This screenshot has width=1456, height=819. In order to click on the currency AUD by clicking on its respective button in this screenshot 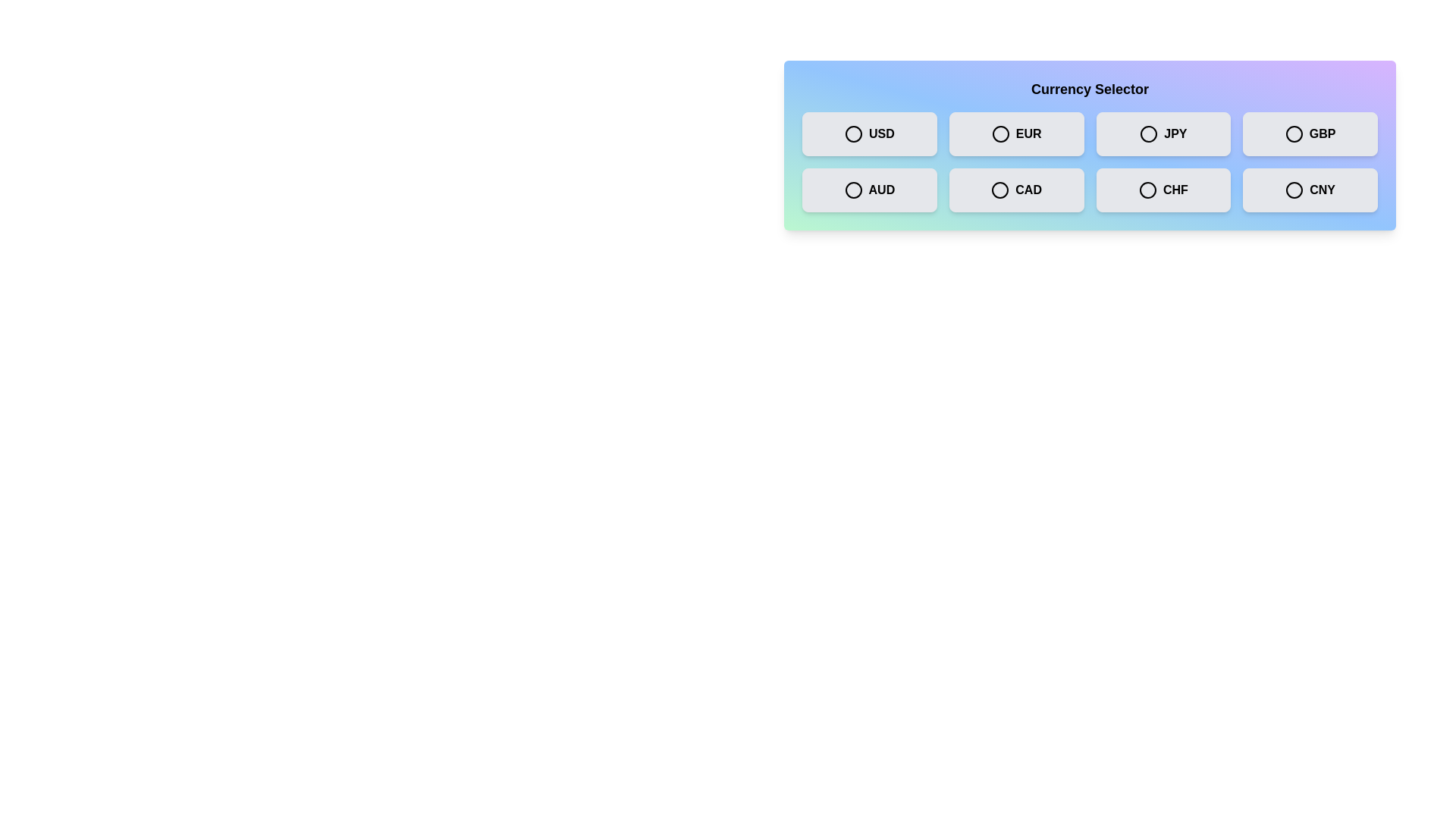, I will do `click(869, 189)`.